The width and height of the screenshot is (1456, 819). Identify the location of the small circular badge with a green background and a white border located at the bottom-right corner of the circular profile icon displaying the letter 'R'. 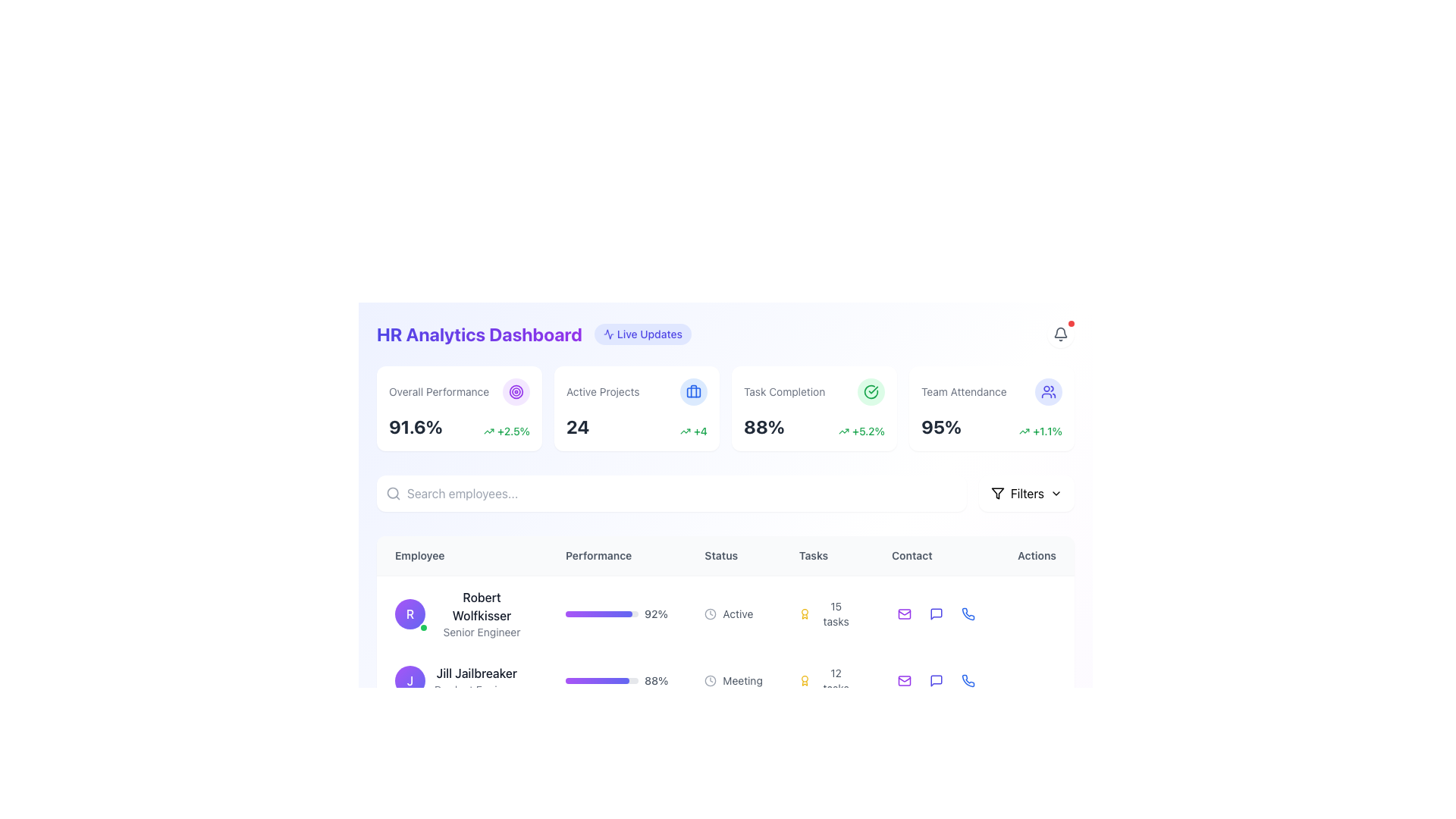
(423, 628).